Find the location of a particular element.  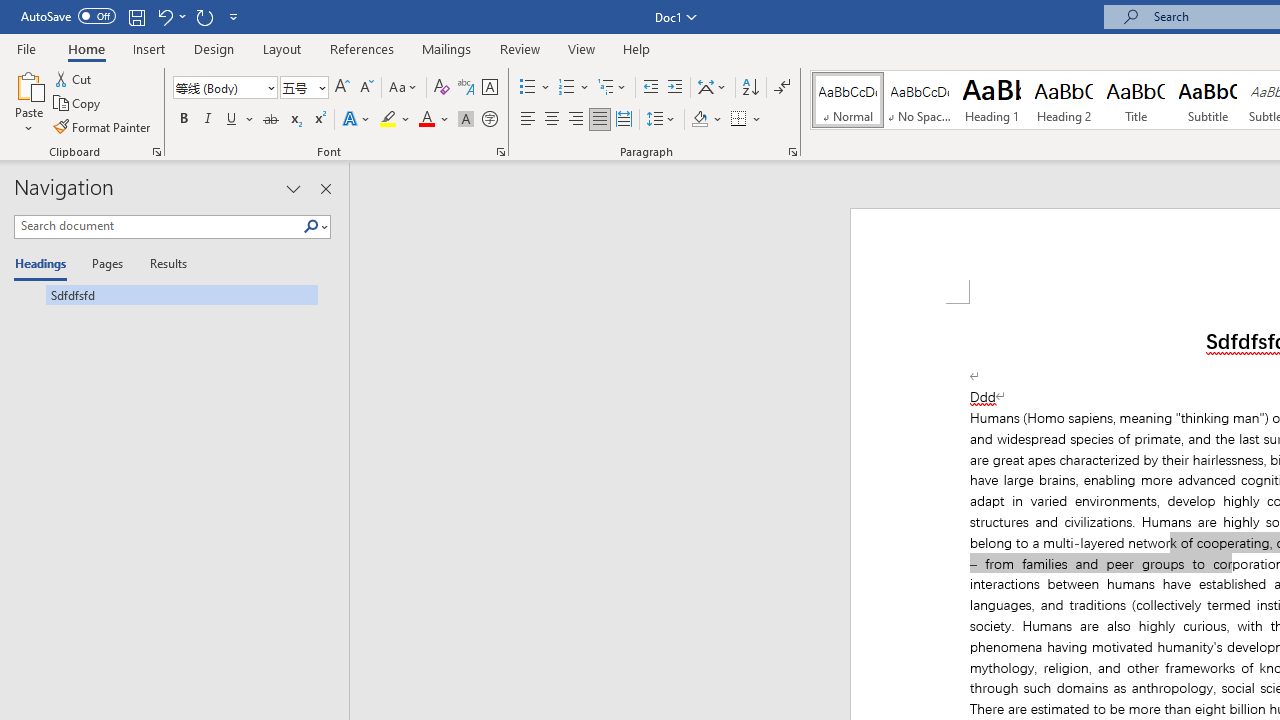

'Cut' is located at coordinates (74, 78).